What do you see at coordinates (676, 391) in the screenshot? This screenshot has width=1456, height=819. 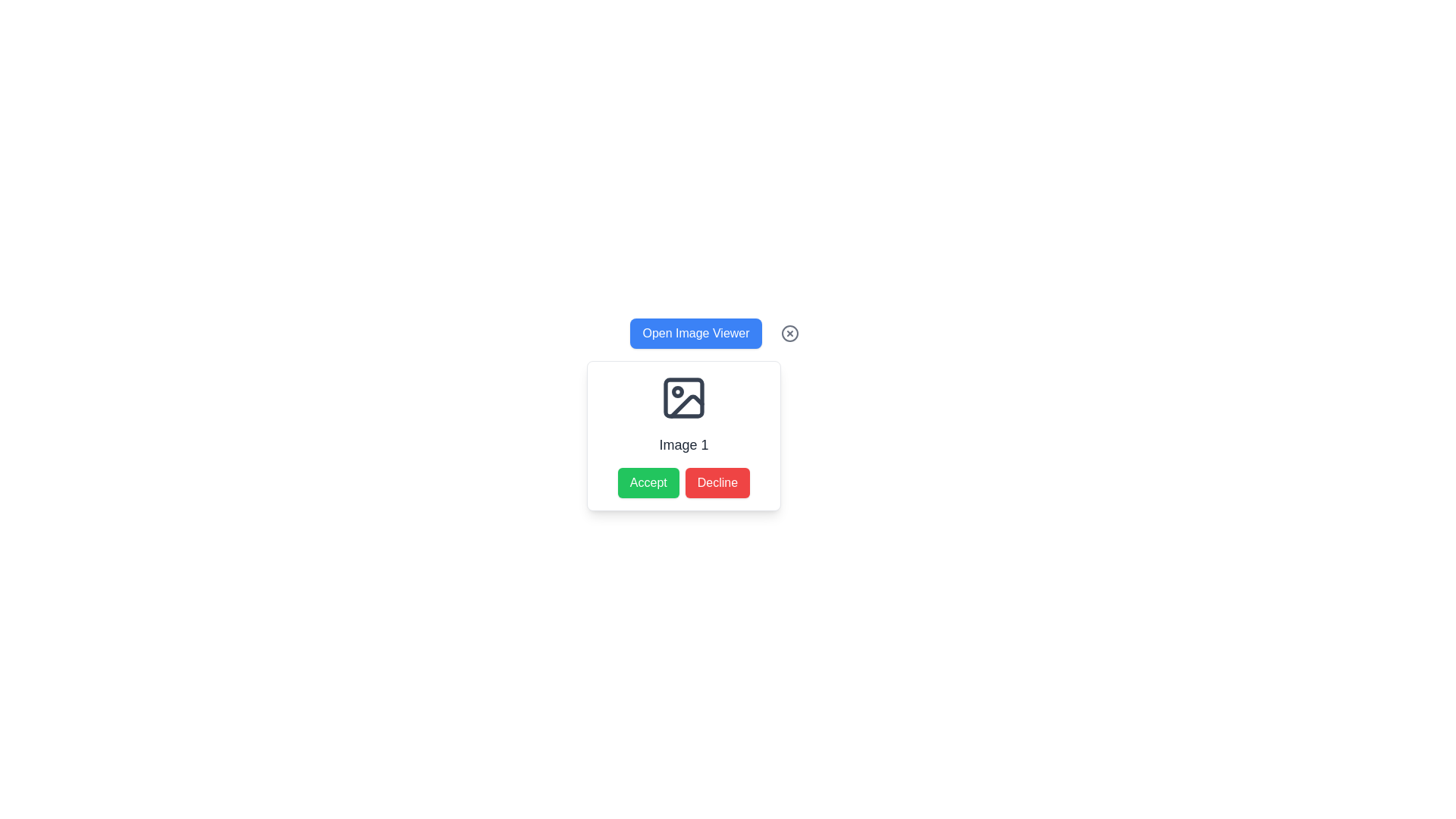 I see `the small circular shape located in the center of the image icon representing 'Image 1'` at bounding box center [676, 391].